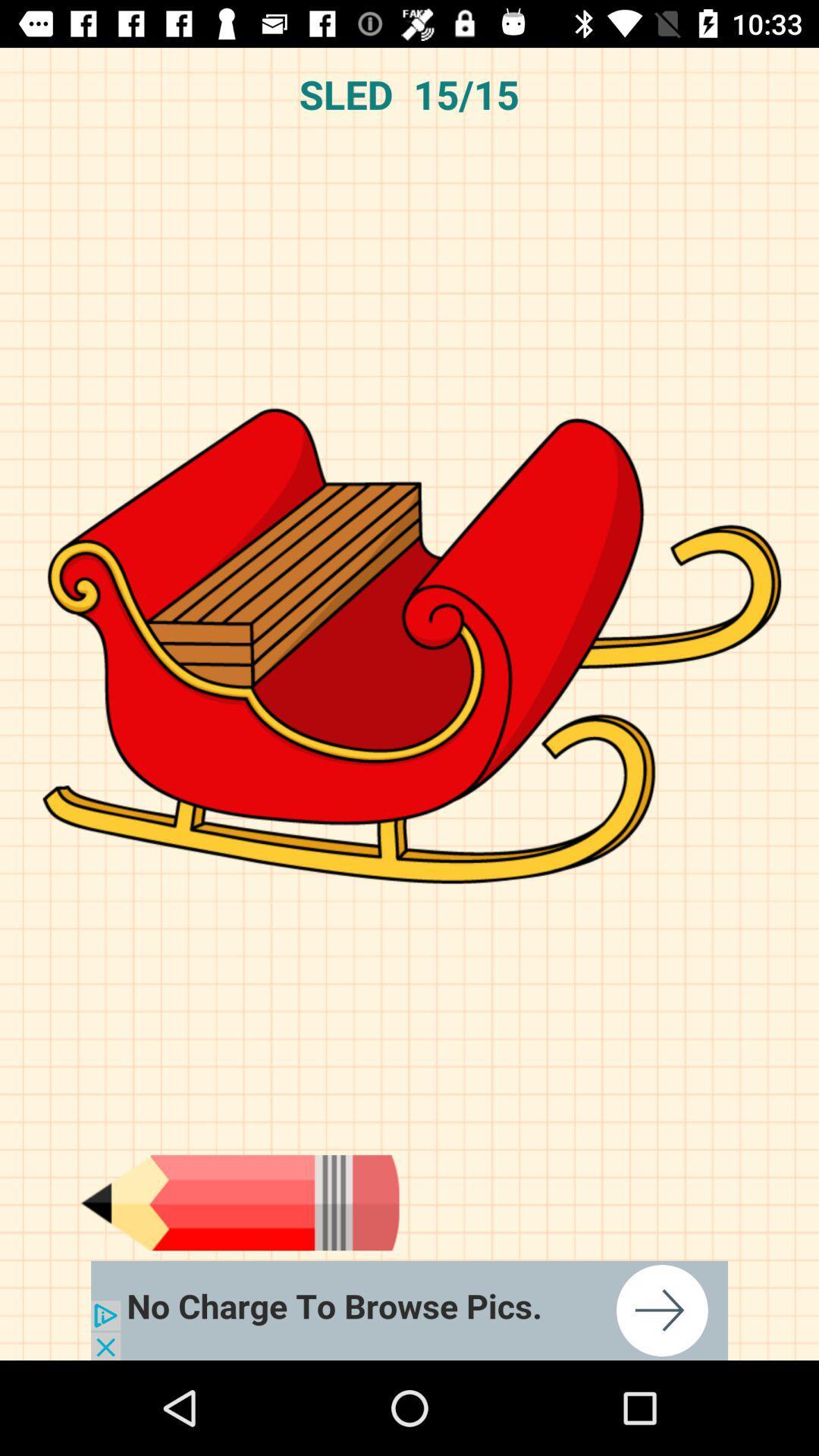 The width and height of the screenshot is (819, 1456). Describe the element at coordinates (409, 1310) in the screenshot. I see `open advertisement` at that location.